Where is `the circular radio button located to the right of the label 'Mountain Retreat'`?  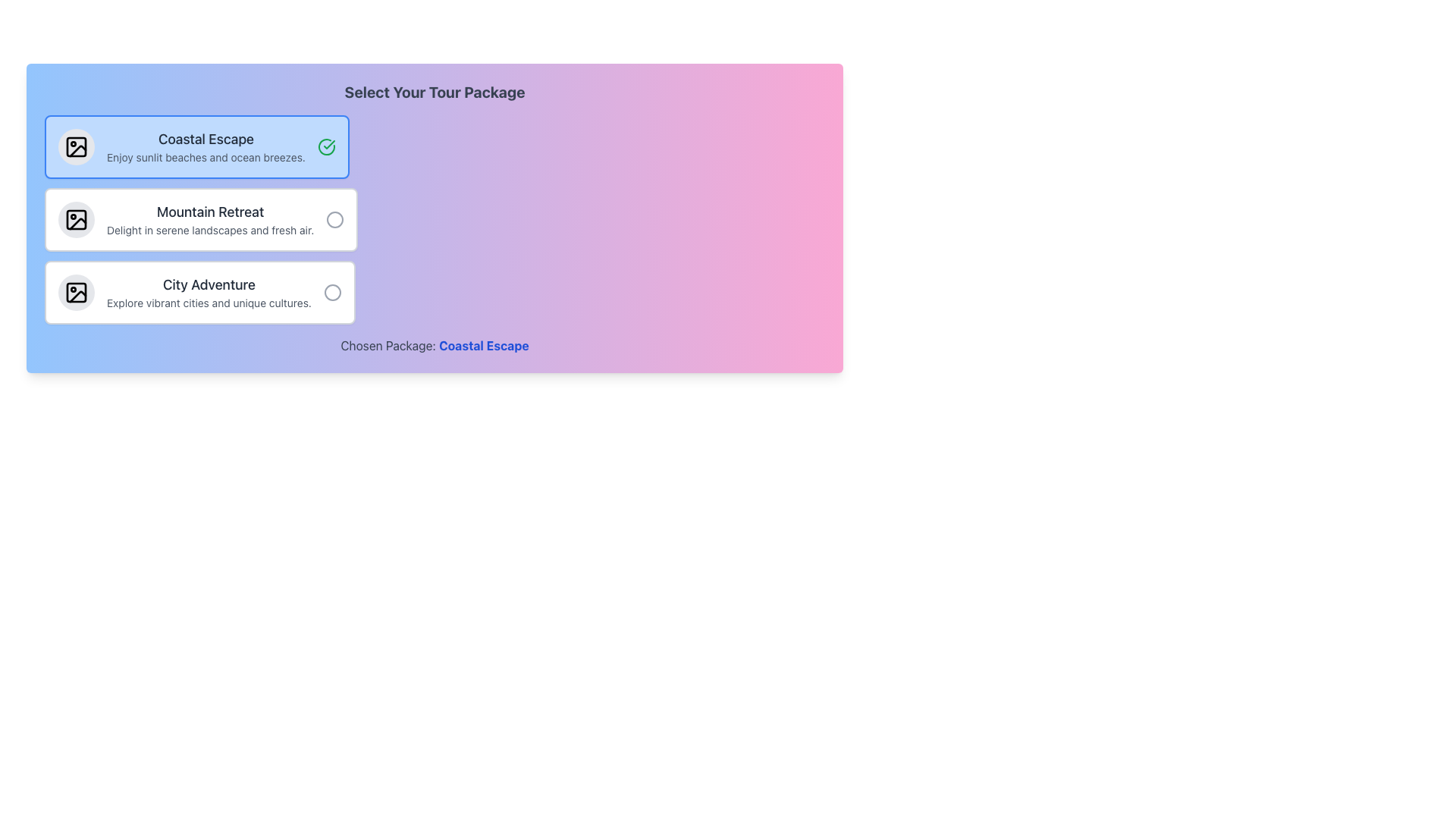 the circular radio button located to the right of the label 'Mountain Retreat' is located at coordinates (334, 219).